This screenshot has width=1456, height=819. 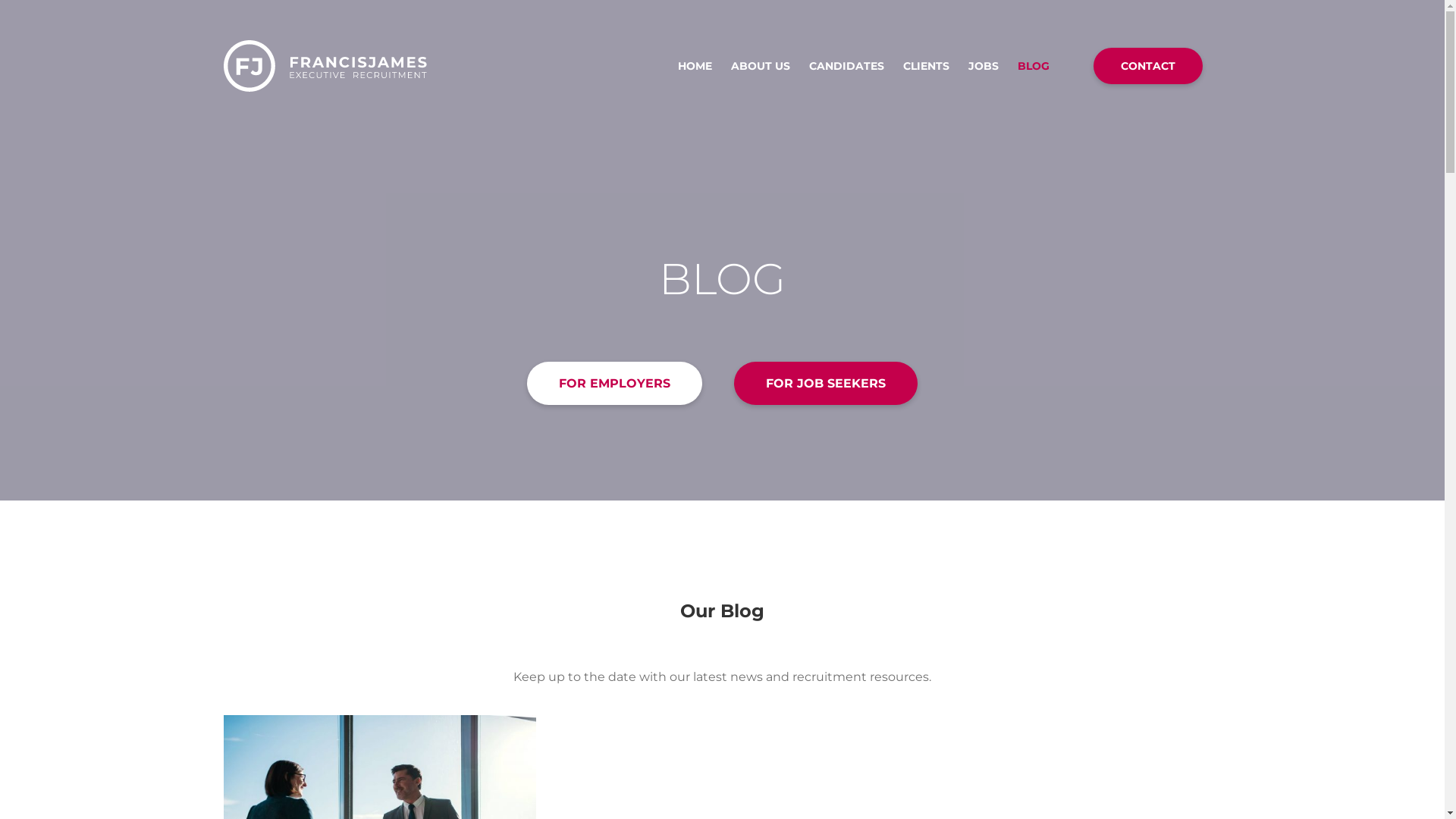 I want to click on 'FOR JOB SEEKERS', so click(x=825, y=382).